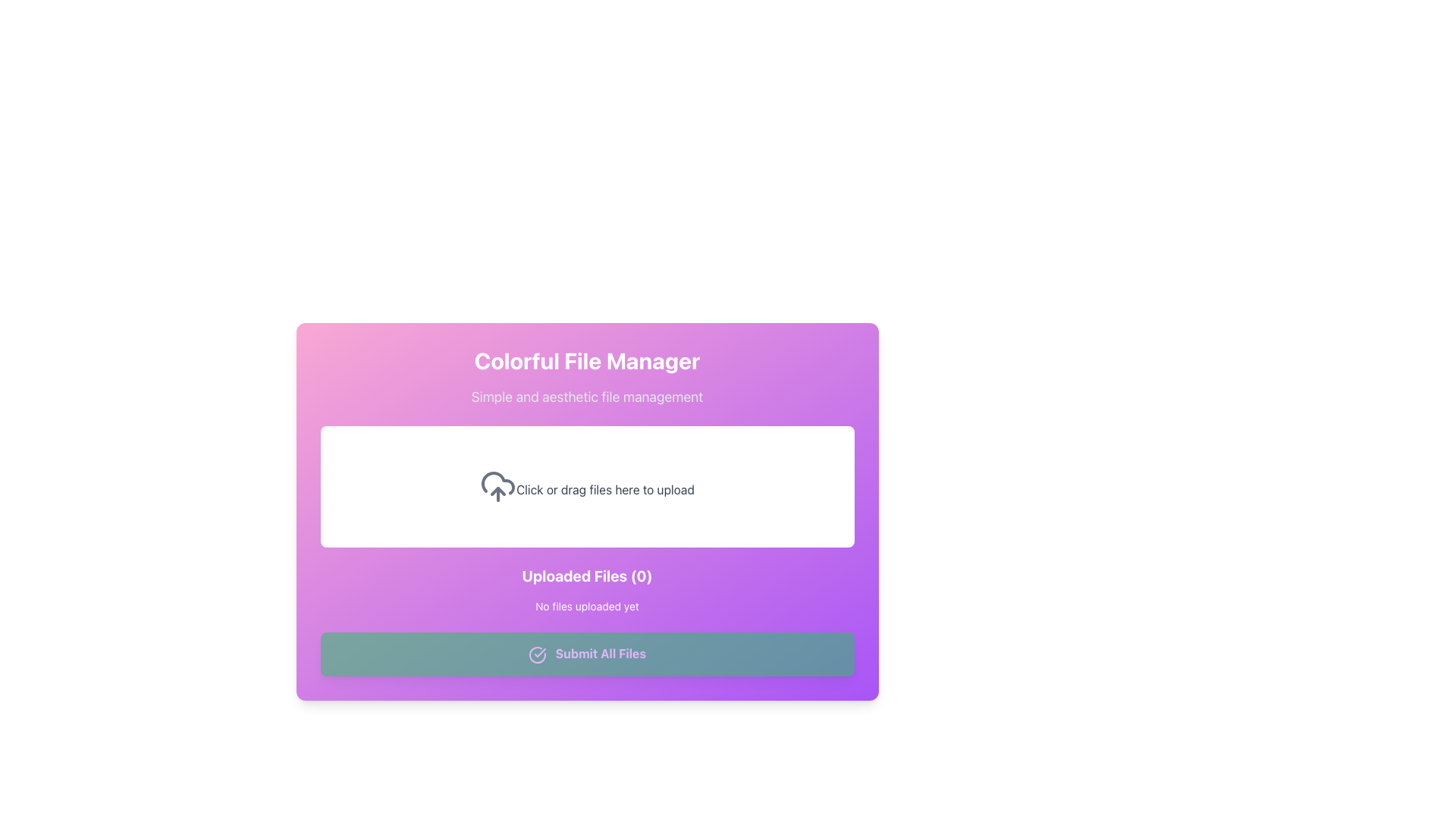 The height and width of the screenshot is (819, 1456). Describe the element at coordinates (586, 486) in the screenshot. I see `the Dropzone element, which is a rectangular area with a white background, dashed border, and a cloud with an upward arrow icon, to upload files` at that location.